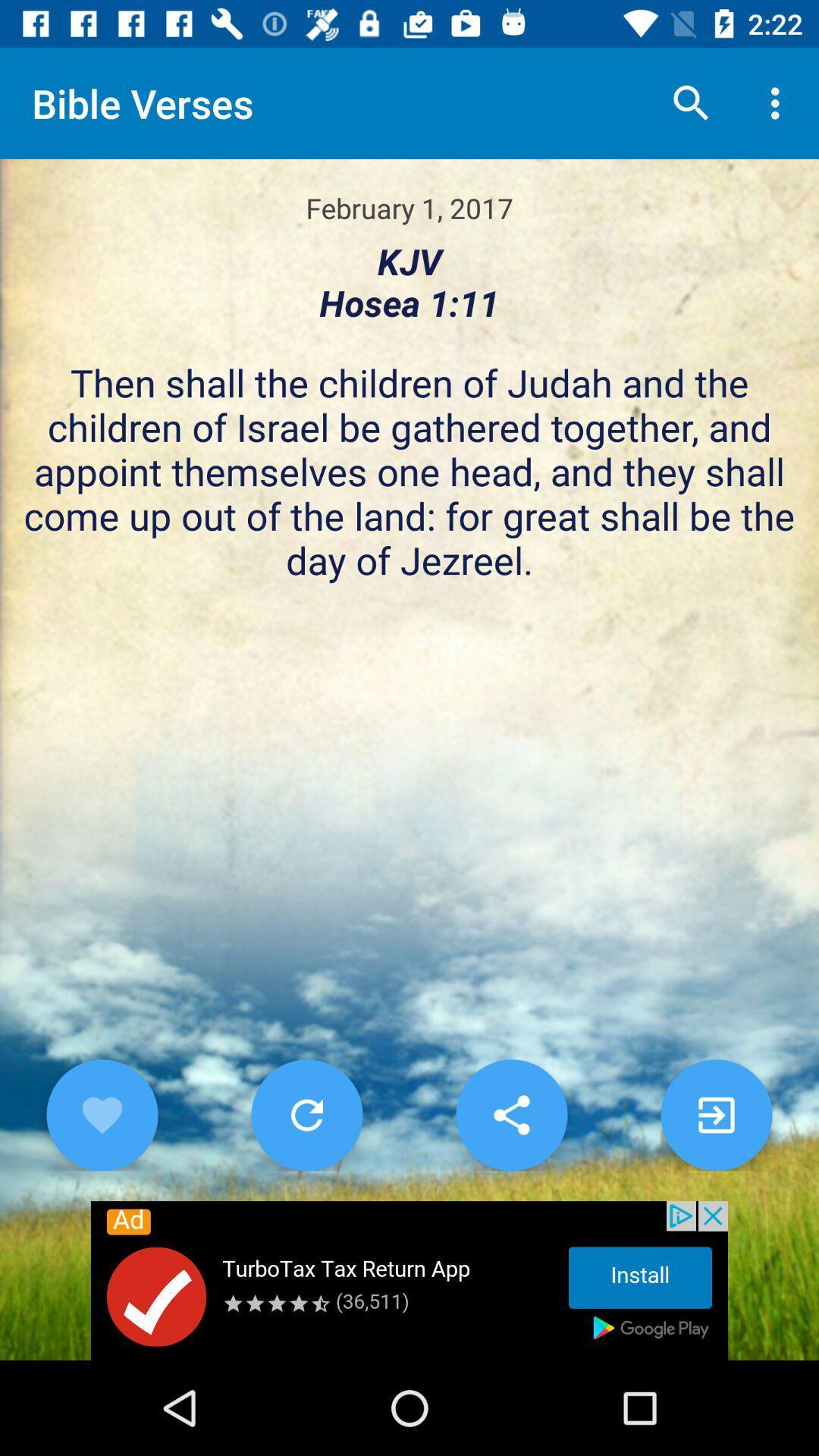 The height and width of the screenshot is (1456, 819). I want to click on go next page, so click(717, 1115).